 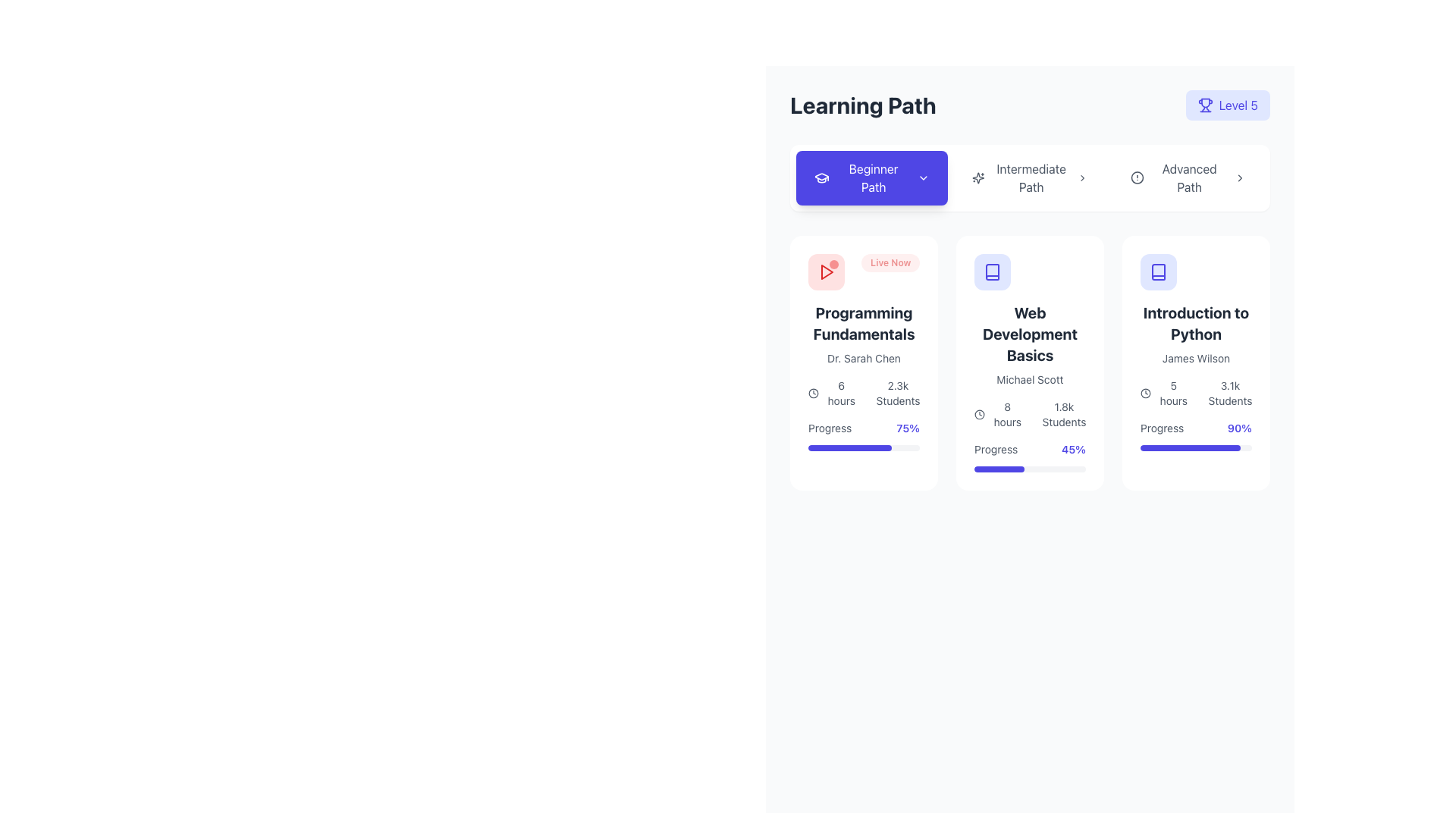 What do you see at coordinates (1204, 104) in the screenshot?
I see `the decorative icon located inside the button-like component adjacent to the 'Level 5' label, which signifies an achievement or level status` at bounding box center [1204, 104].